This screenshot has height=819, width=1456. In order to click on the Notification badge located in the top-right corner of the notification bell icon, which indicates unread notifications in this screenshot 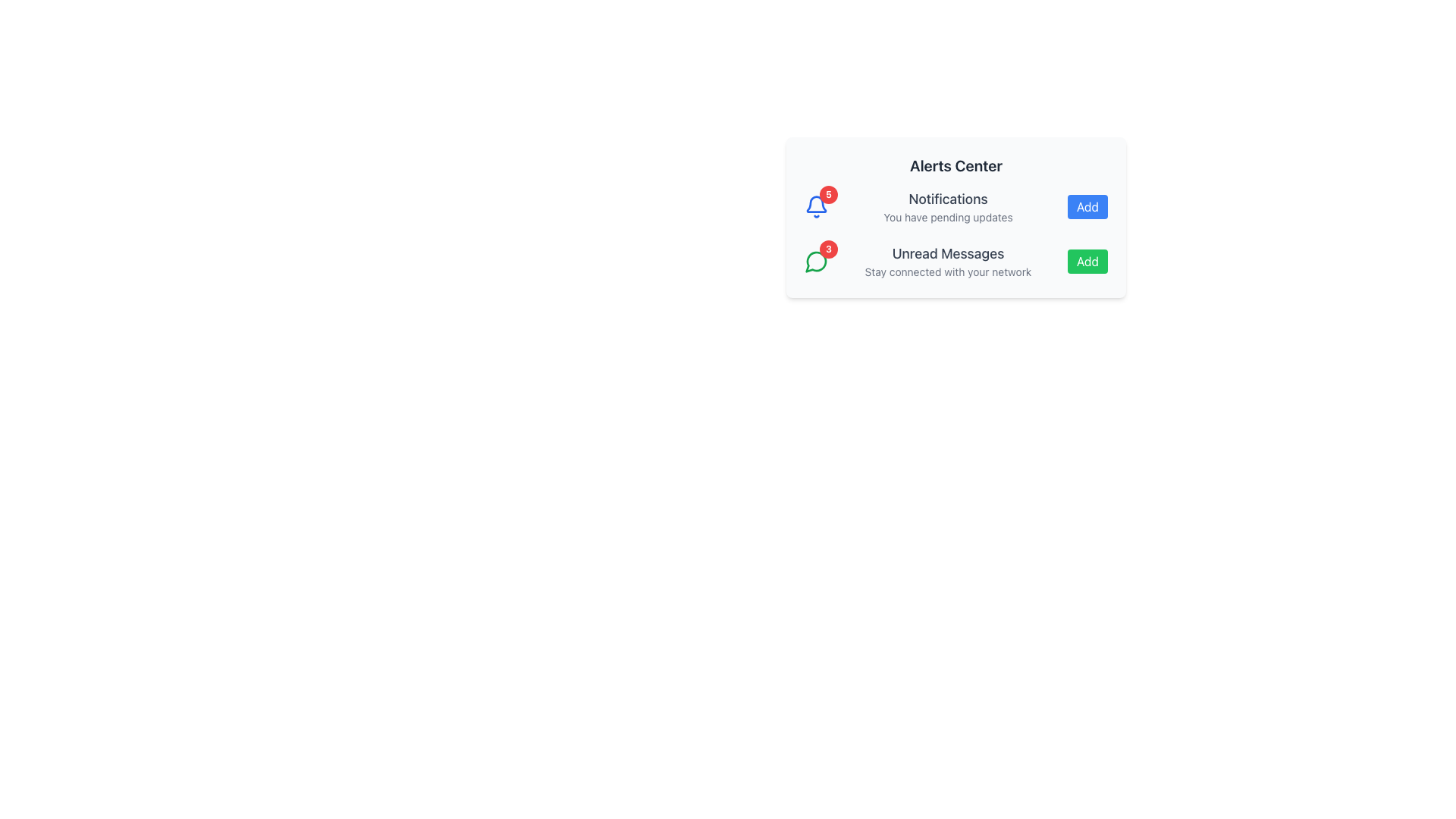, I will do `click(828, 194)`.